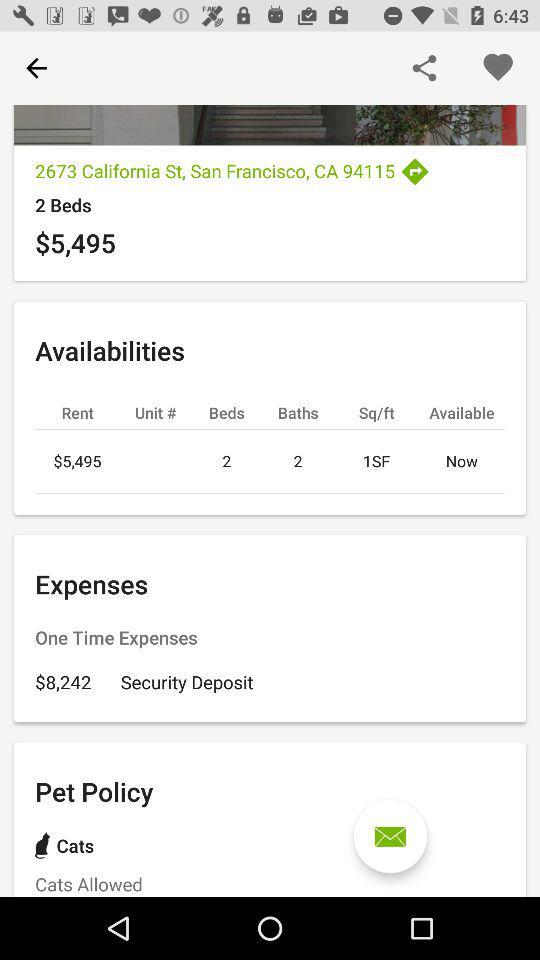 The width and height of the screenshot is (540, 960). I want to click on like the page, so click(496, 68).